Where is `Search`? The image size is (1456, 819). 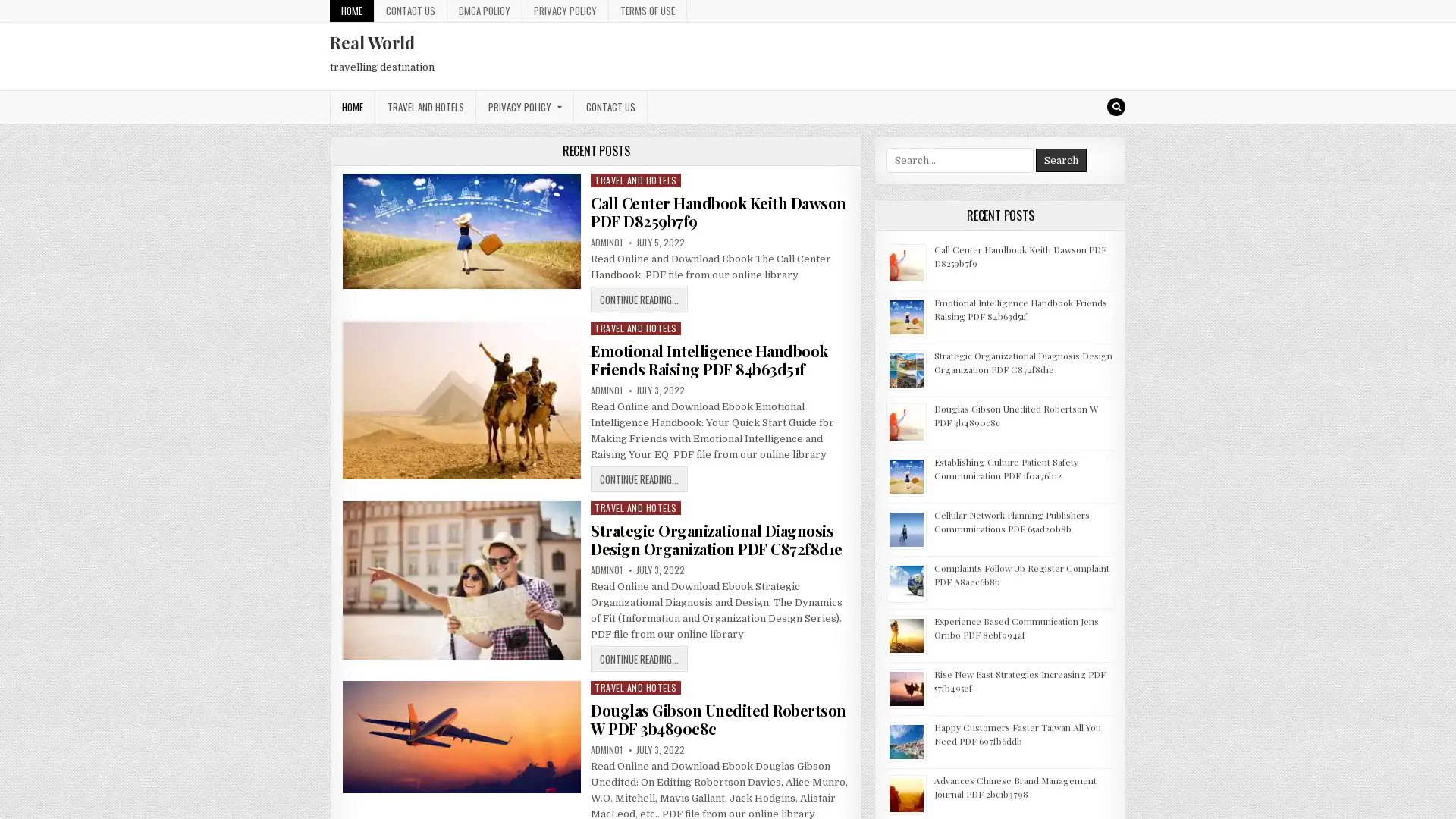
Search is located at coordinates (1060, 160).